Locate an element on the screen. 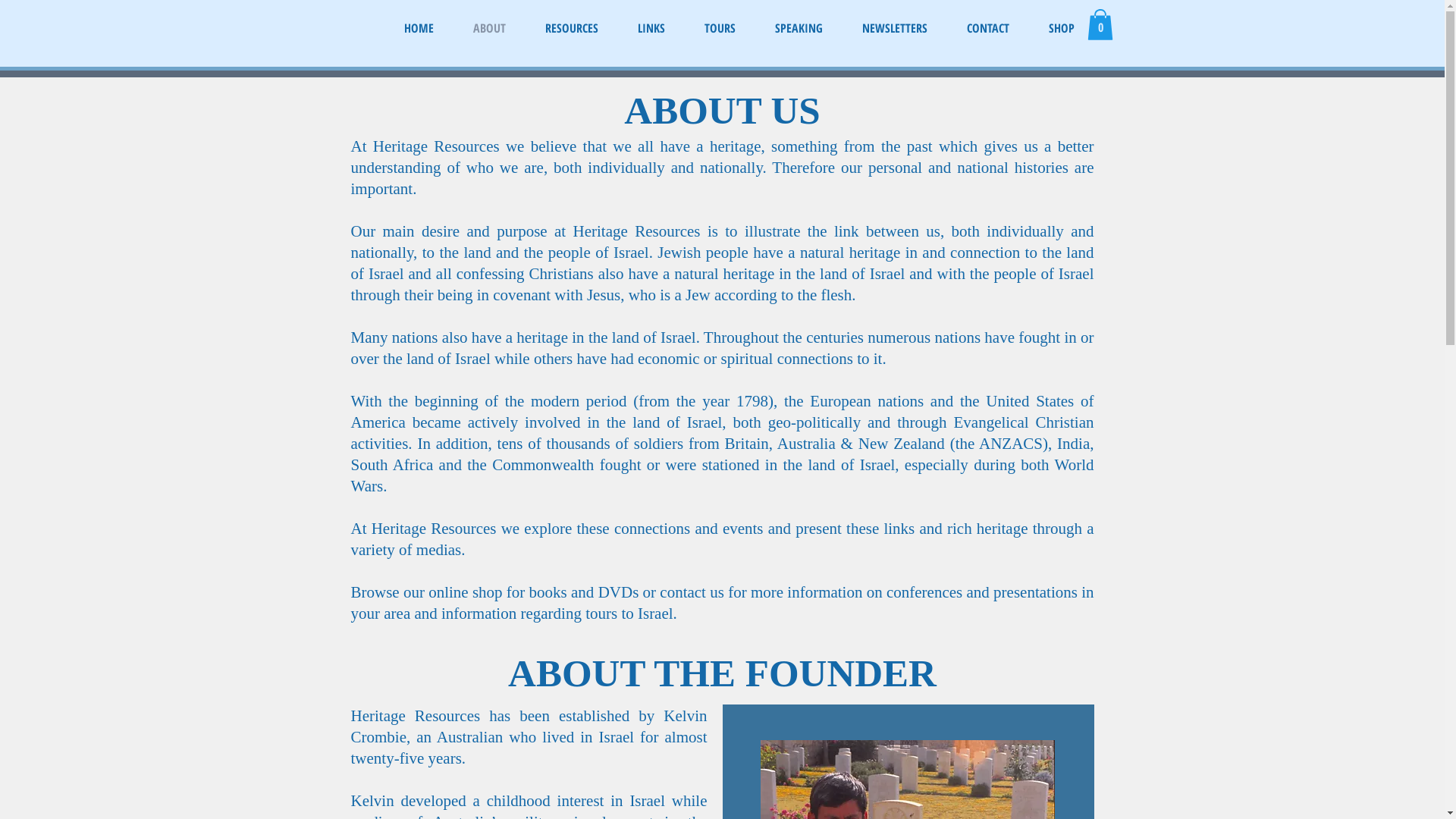 The image size is (1456, 819). 'HOME' is located at coordinates (418, 25).